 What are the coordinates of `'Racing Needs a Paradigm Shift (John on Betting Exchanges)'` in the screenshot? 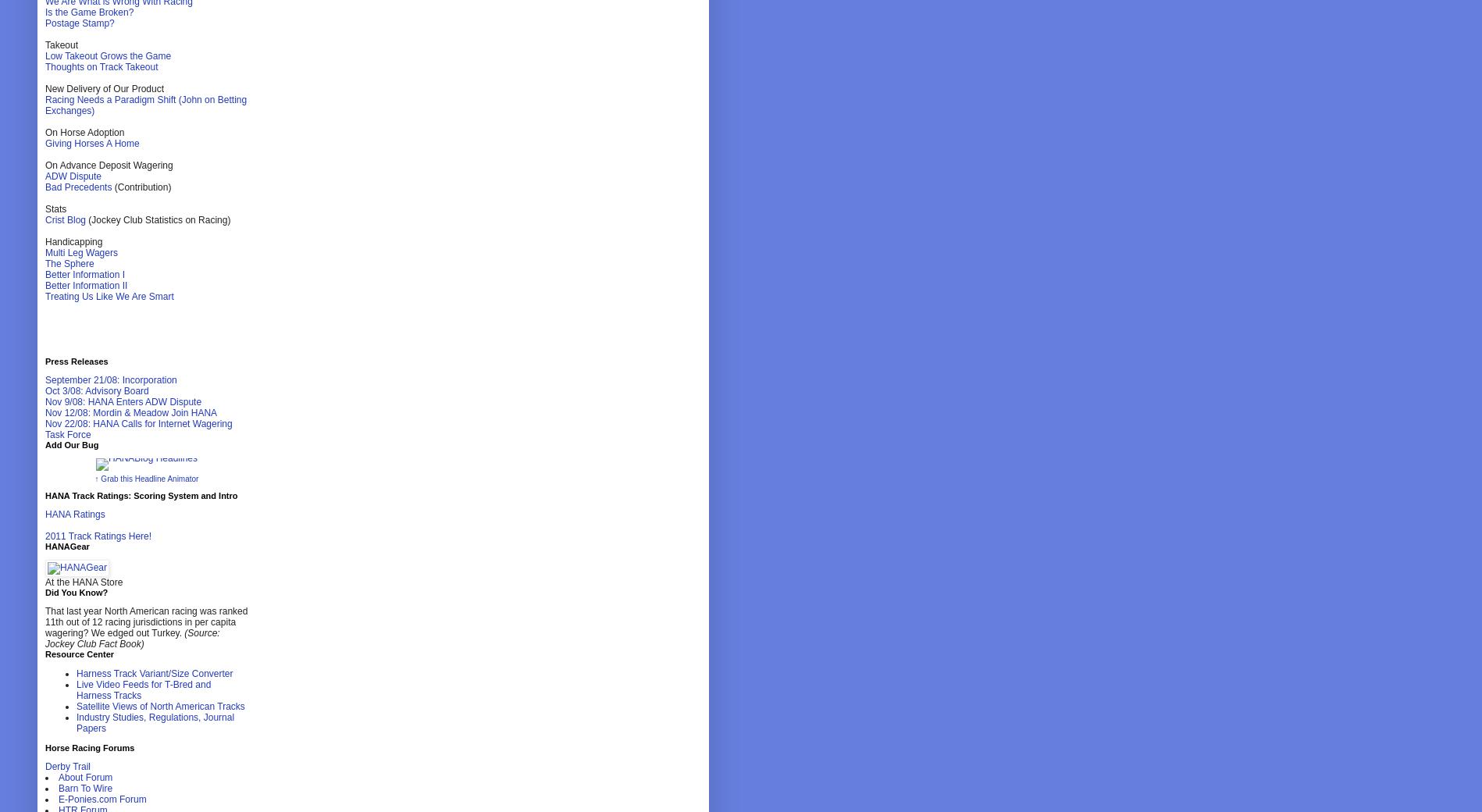 It's located at (144, 105).